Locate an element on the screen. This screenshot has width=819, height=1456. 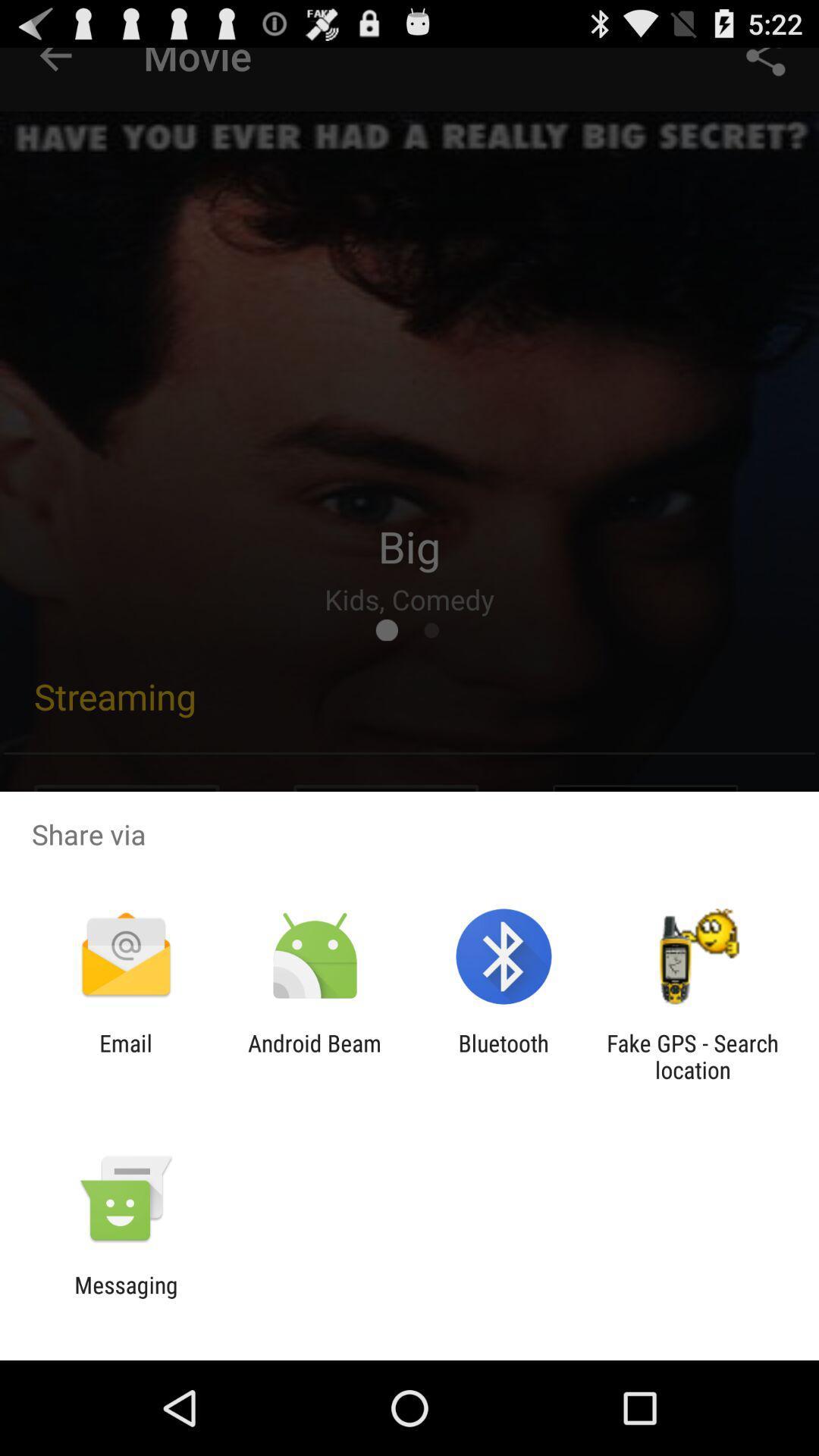
the item to the right of bluetooth app is located at coordinates (692, 1056).